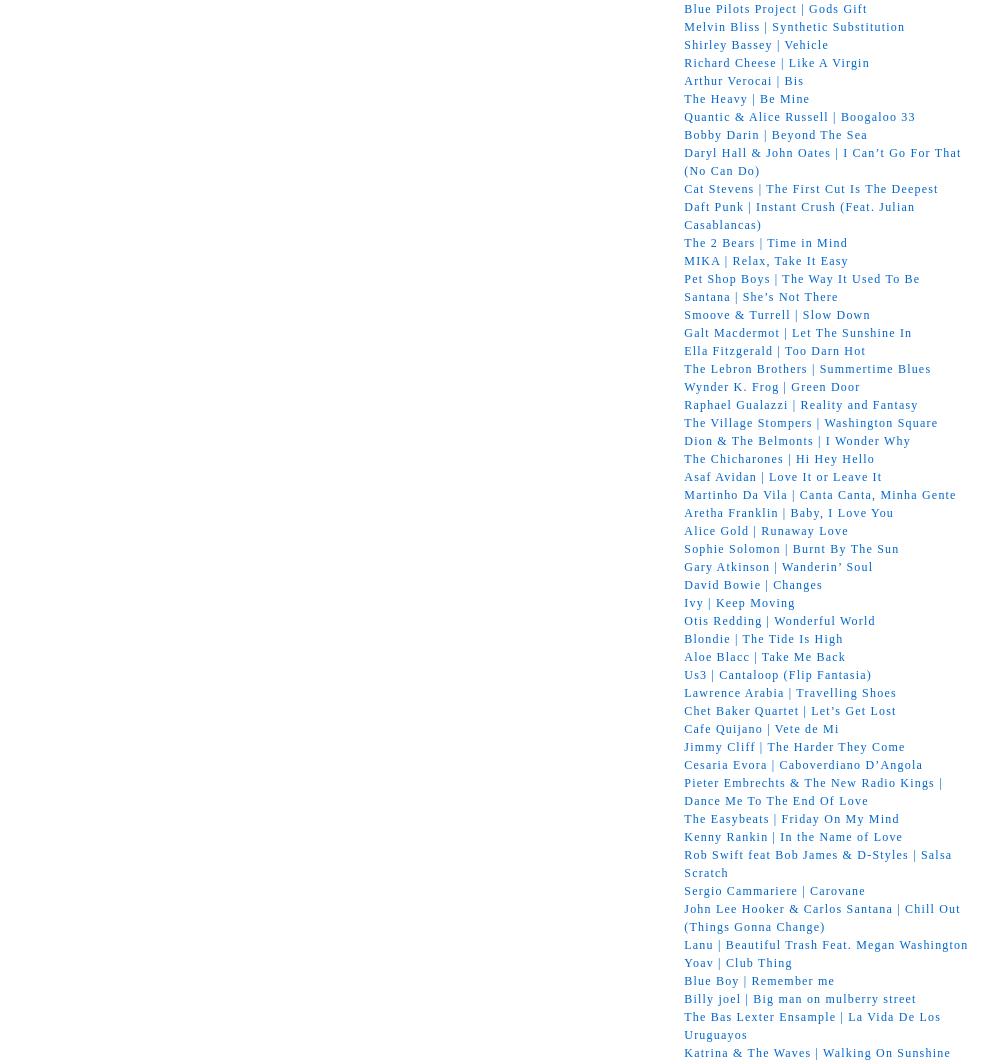  I want to click on 'Pet Shop Boys | The Way It Used To Be', so click(684, 278).